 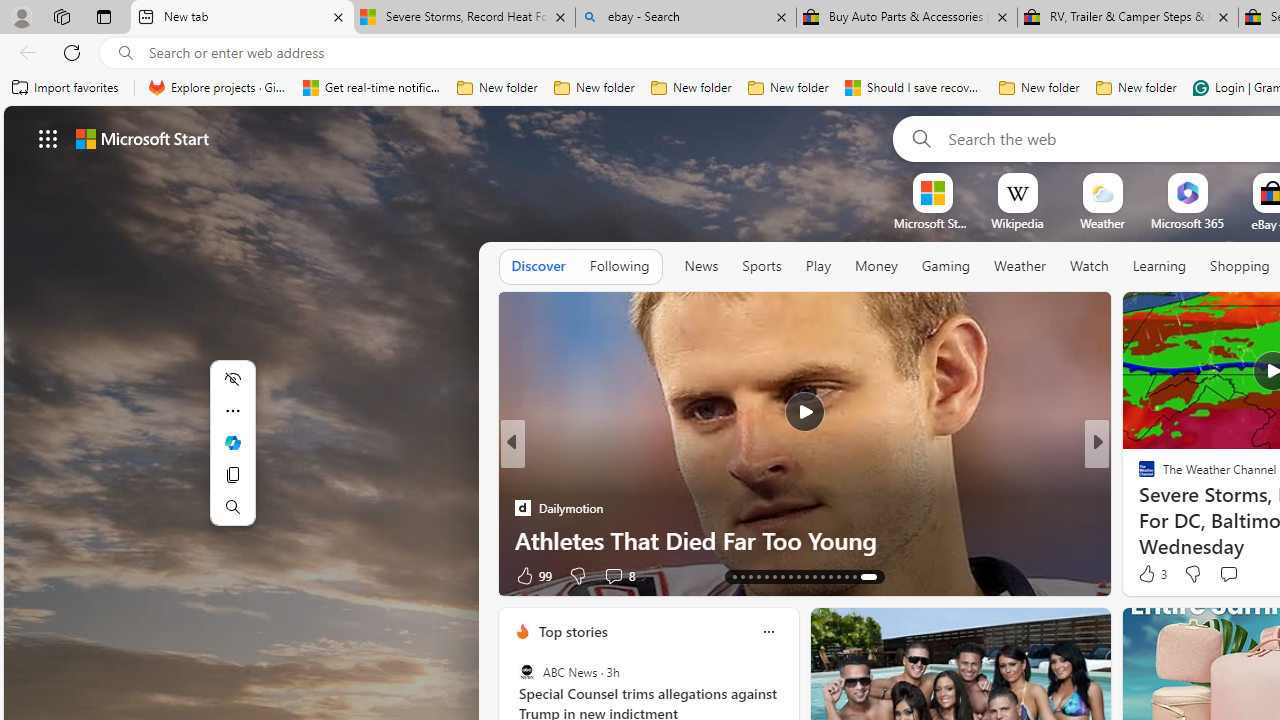 I want to click on 'View comments 167 Comment', so click(x=1247, y=575).